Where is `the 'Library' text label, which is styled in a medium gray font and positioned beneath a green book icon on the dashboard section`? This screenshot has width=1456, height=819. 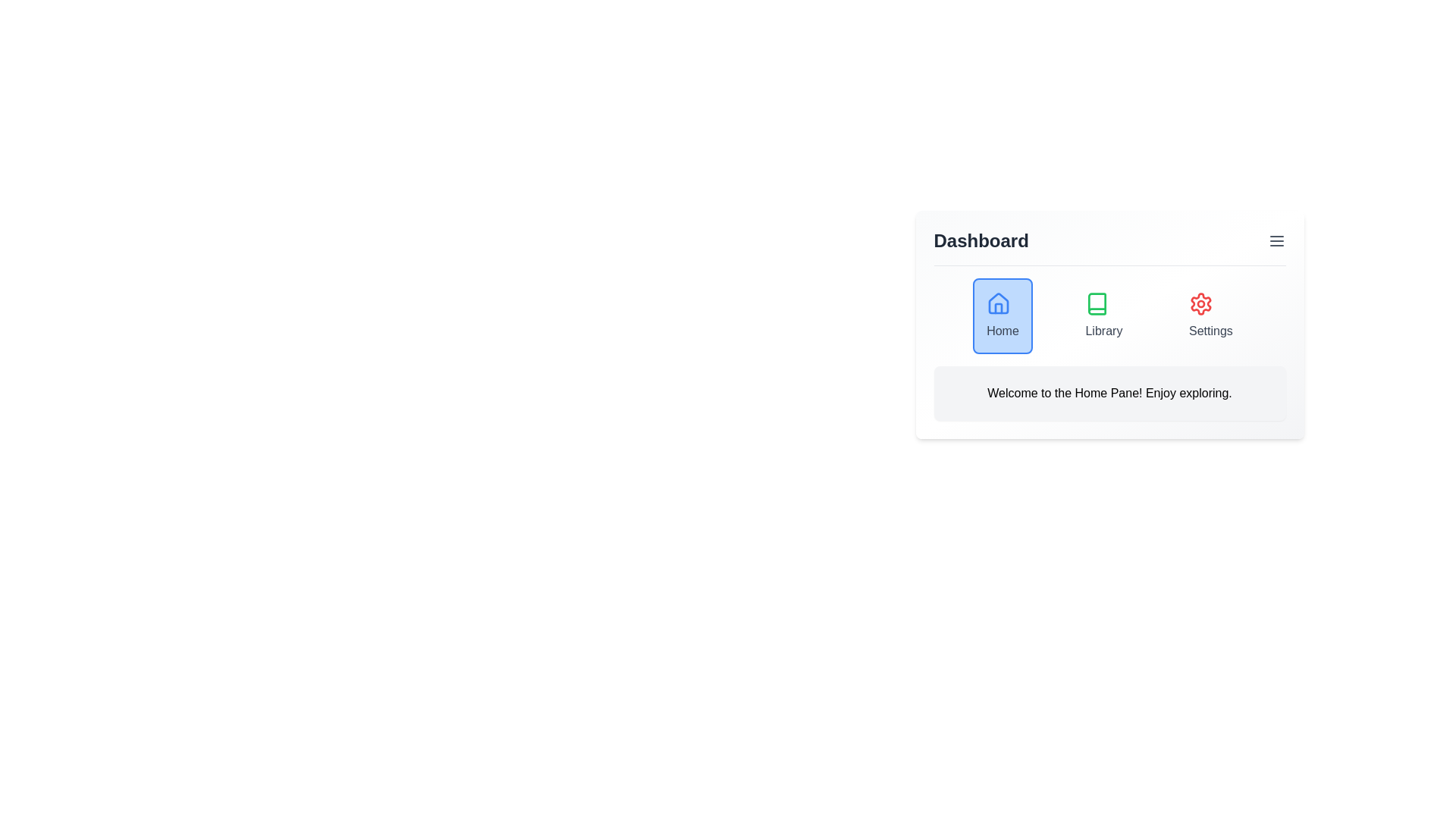
the 'Library' text label, which is styled in a medium gray font and positioned beneath a green book icon on the dashboard section is located at coordinates (1103, 330).